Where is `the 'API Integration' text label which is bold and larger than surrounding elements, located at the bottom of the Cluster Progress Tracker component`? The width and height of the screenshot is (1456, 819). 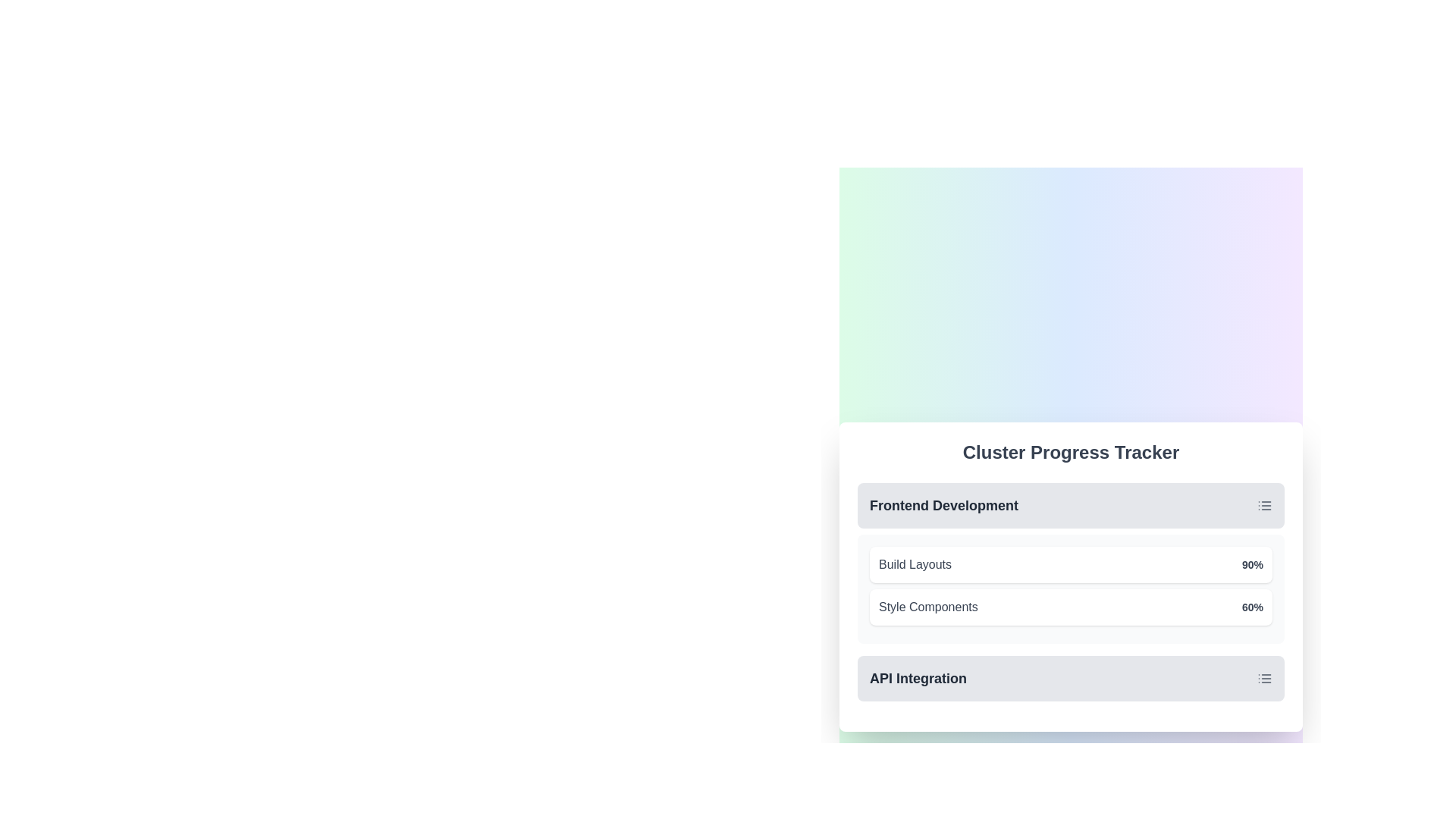
the 'API Integration' text label which is bold and larger than surrounding elements, located at the bottom of the Cluster Progress Tracker component is located at coordinates (917, 677).